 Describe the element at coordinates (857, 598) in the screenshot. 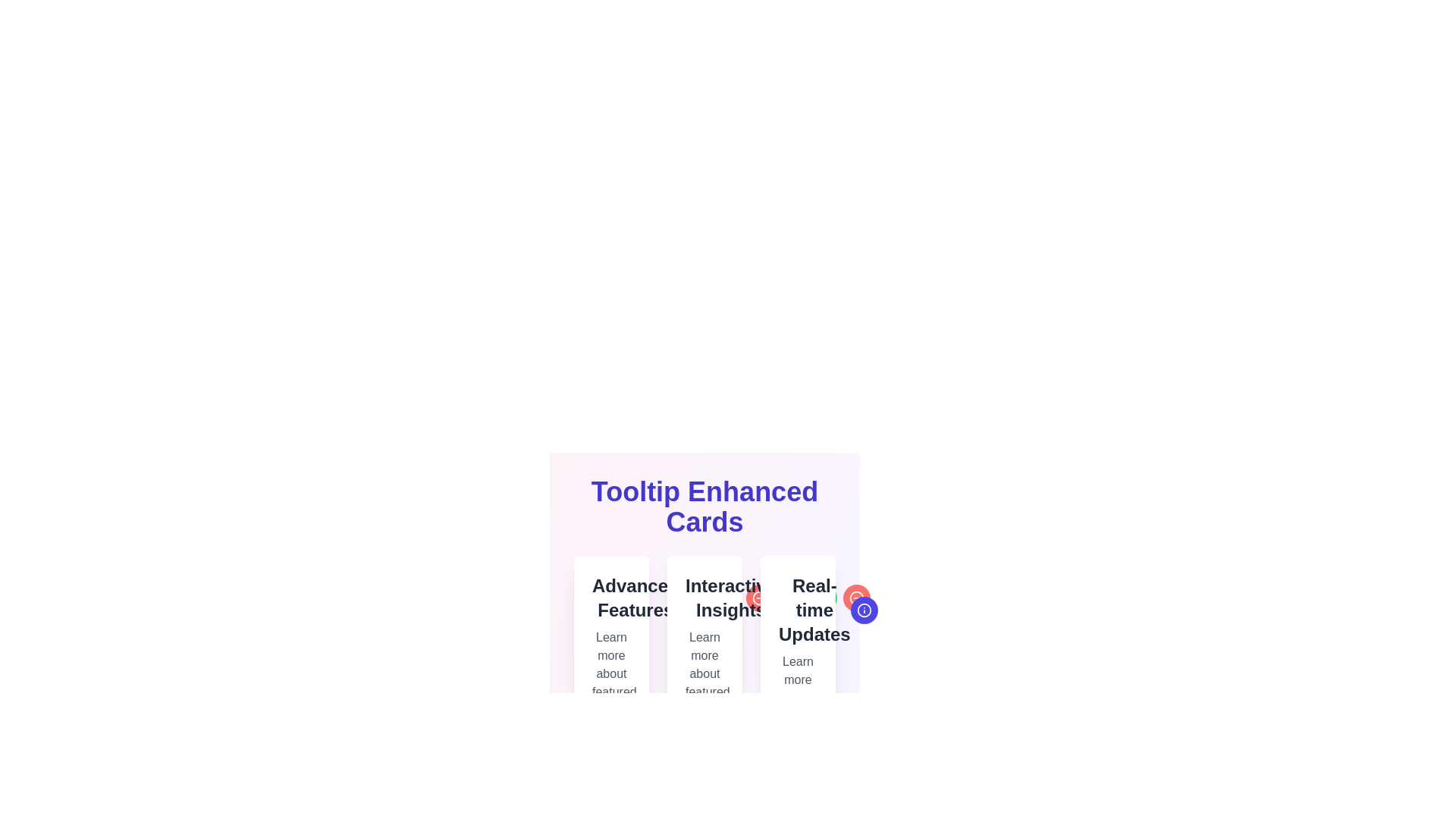

I see `the circular red button with a white minus icon to trigger the hover effect` at that location.